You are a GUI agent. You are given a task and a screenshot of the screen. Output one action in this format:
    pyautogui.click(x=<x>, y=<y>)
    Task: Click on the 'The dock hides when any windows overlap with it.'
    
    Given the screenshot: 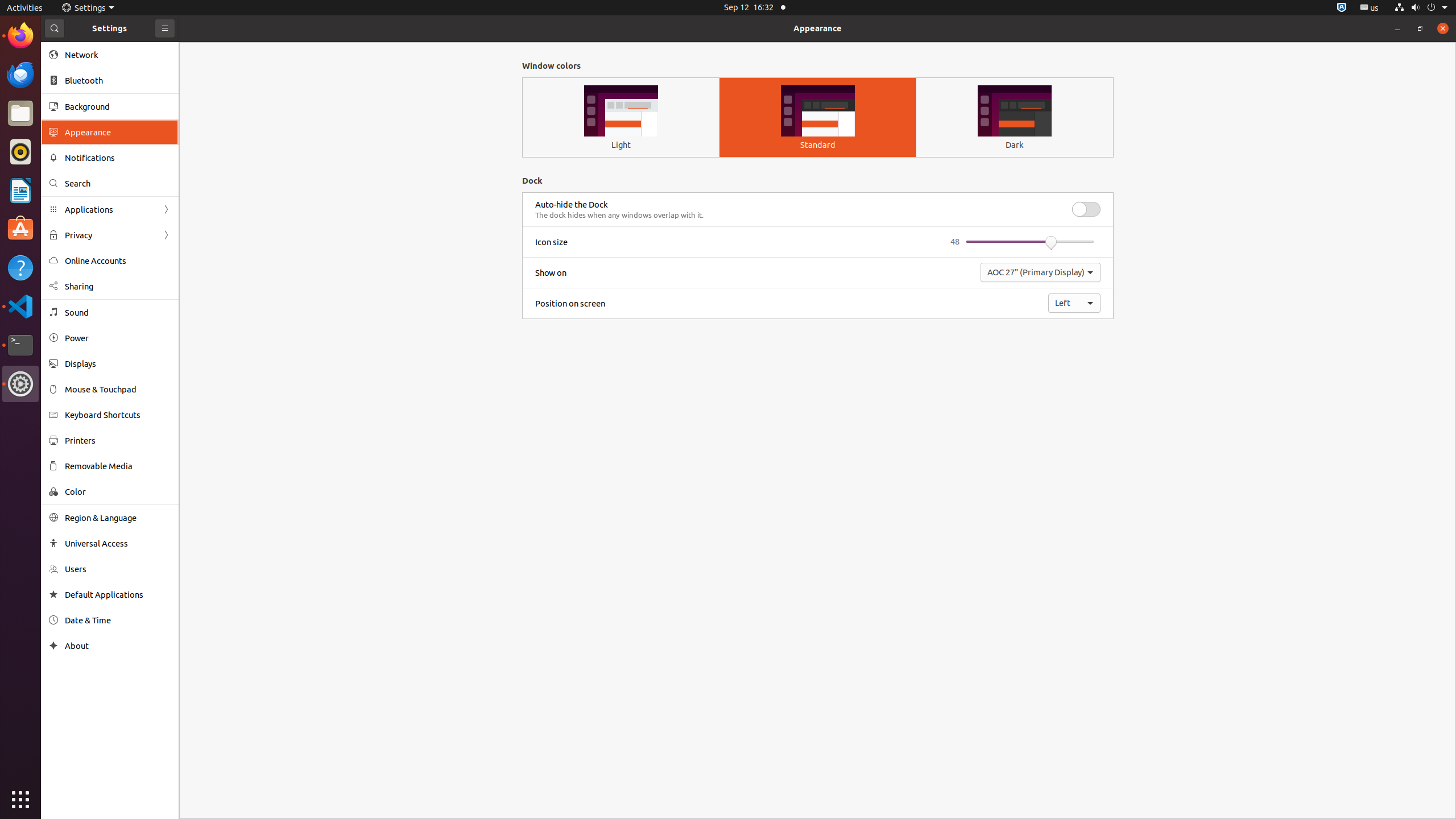 What is the action you would take?
    pyautogui.click(x=619, y=215)
    